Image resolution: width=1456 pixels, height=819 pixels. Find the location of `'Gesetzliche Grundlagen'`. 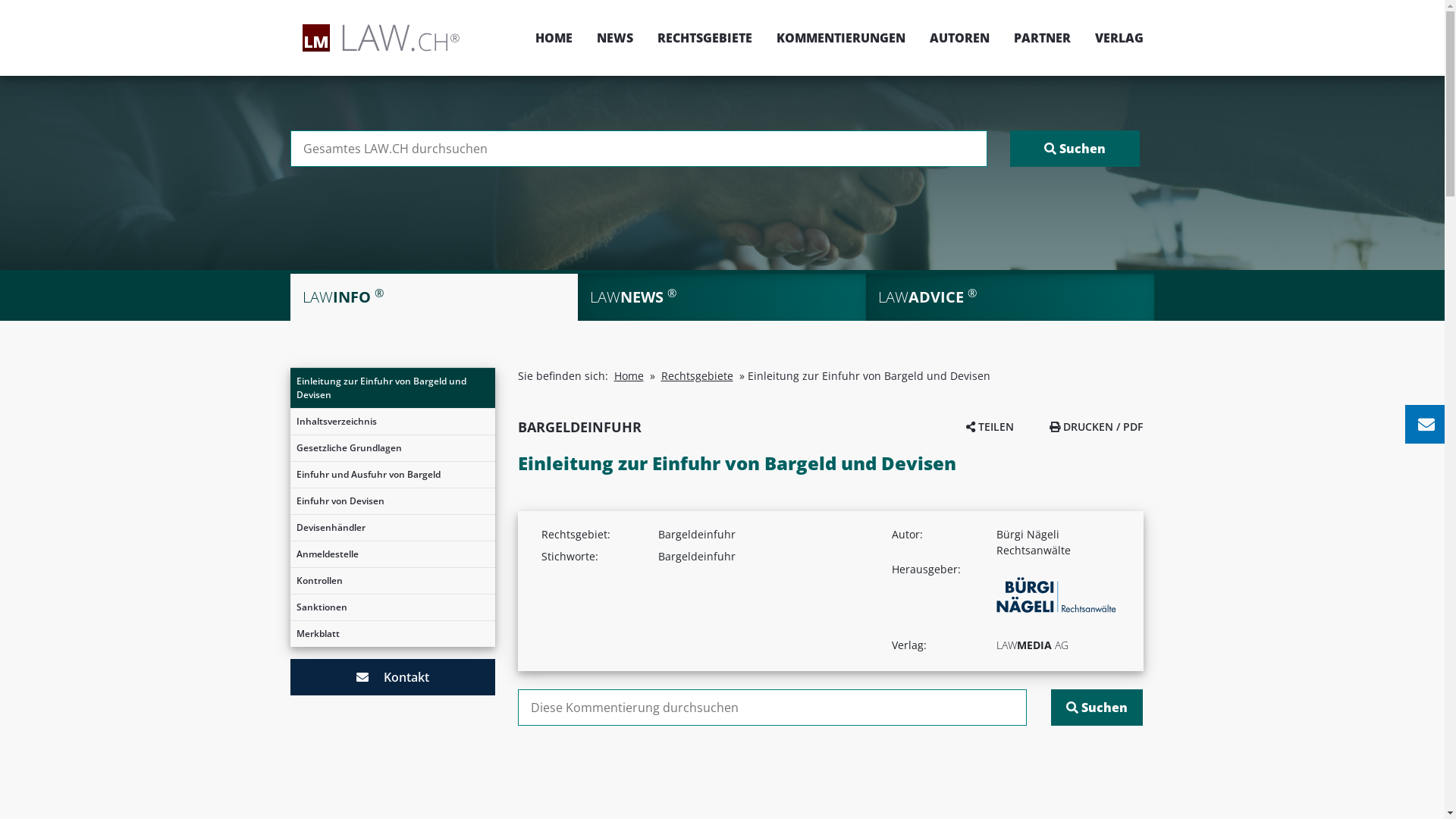

'Gesetzliche Grundlagen' is located at coordinates (392, 447).